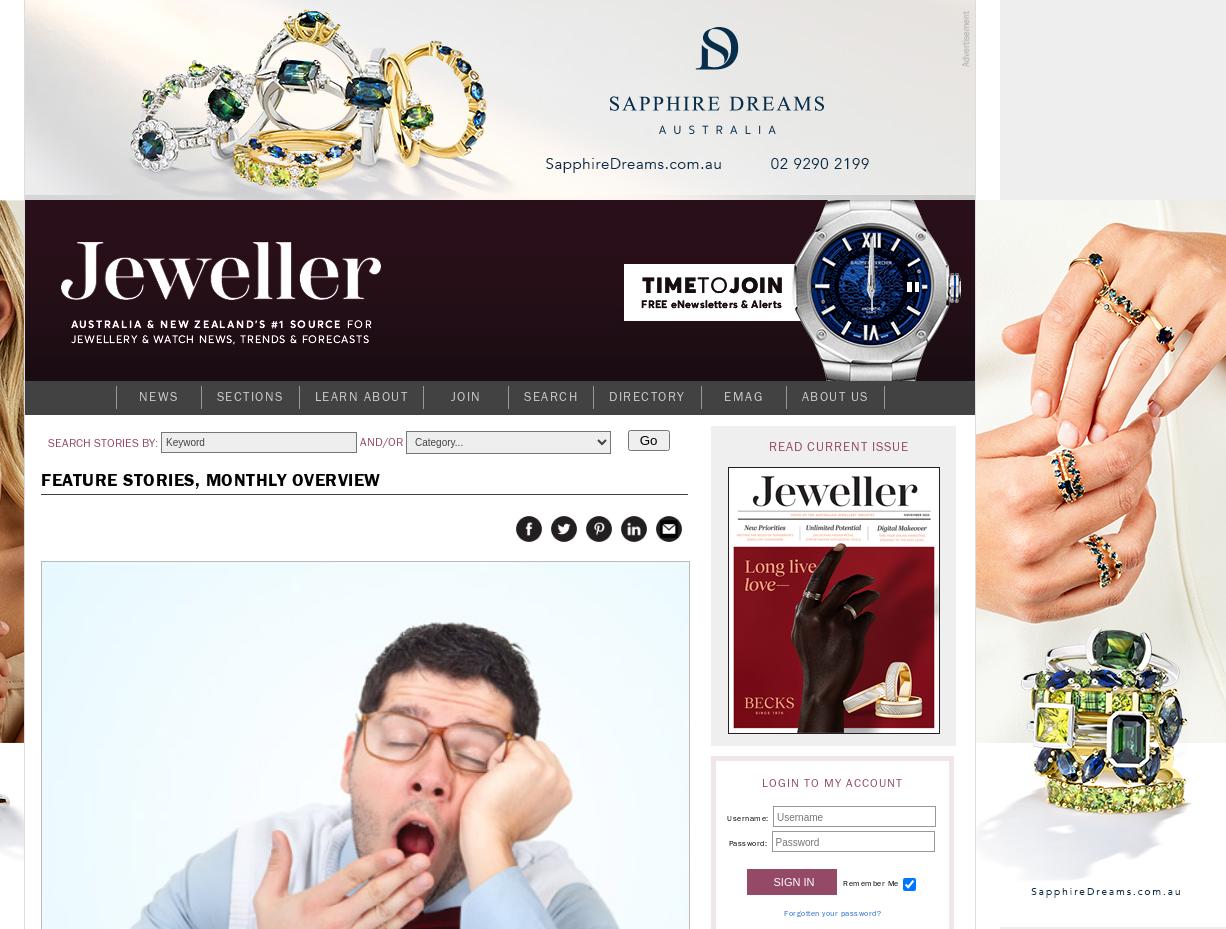 The height and width of the screenshot is (929, 1226). Describe the element at coordinates (870, 883) in the screenshot. I see `'Remember Me'` at that location.